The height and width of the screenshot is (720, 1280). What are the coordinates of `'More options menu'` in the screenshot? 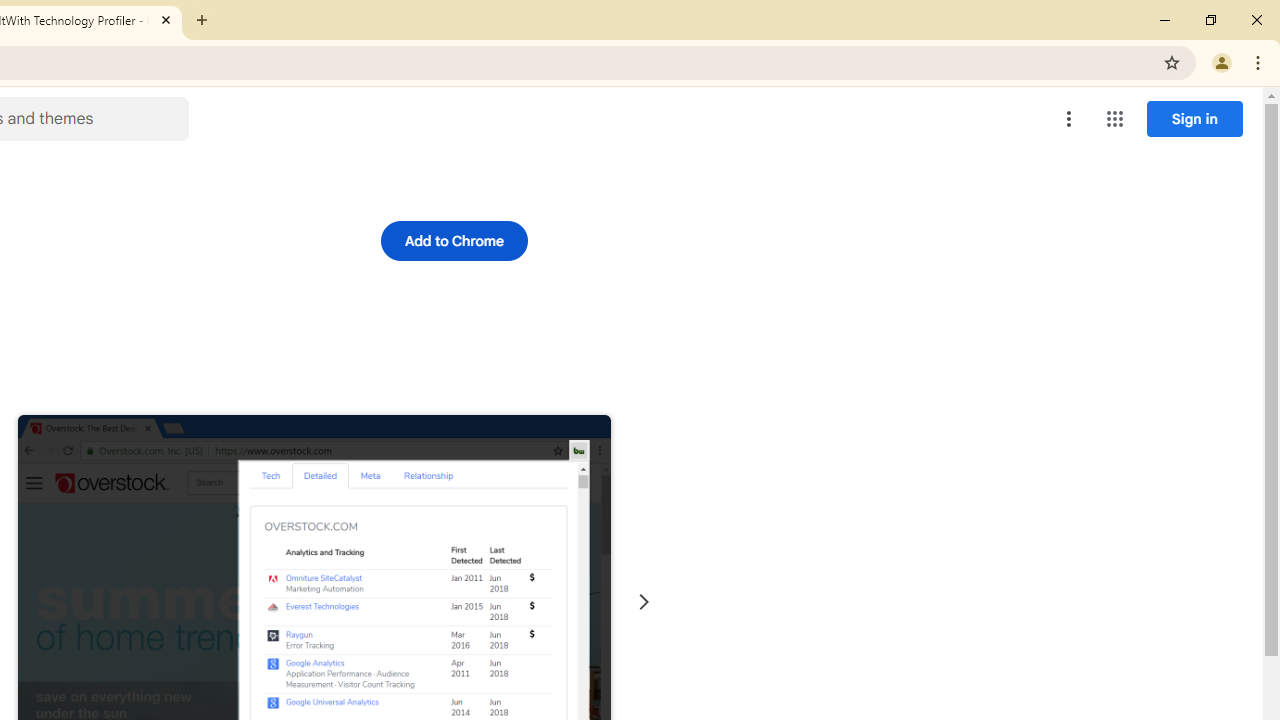 It's located at (1068, 119).